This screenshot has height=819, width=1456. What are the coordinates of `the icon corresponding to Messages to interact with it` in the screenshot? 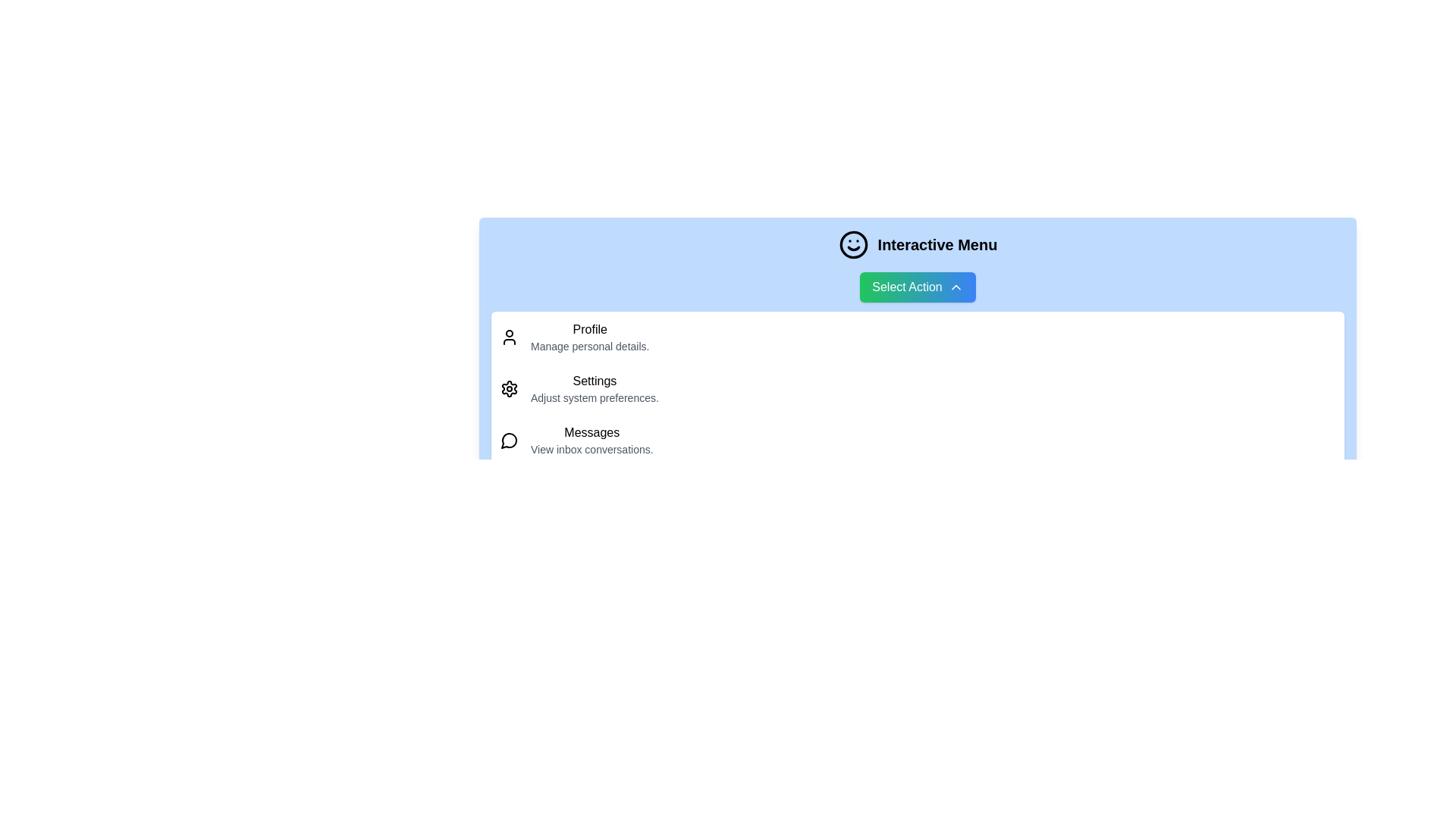 It's located at (510, 441).